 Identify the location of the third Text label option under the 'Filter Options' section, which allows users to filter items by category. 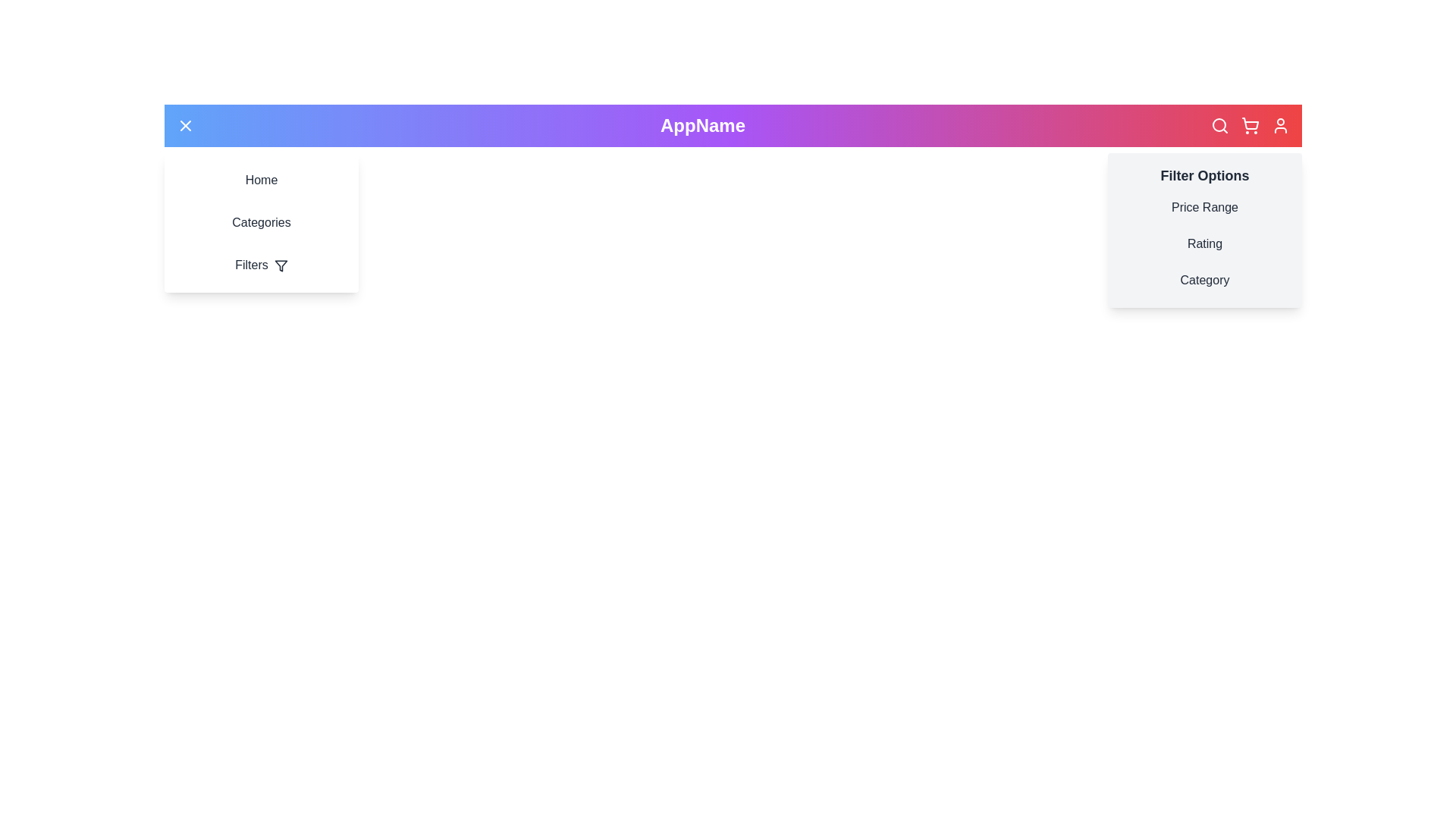
(1203, 281).